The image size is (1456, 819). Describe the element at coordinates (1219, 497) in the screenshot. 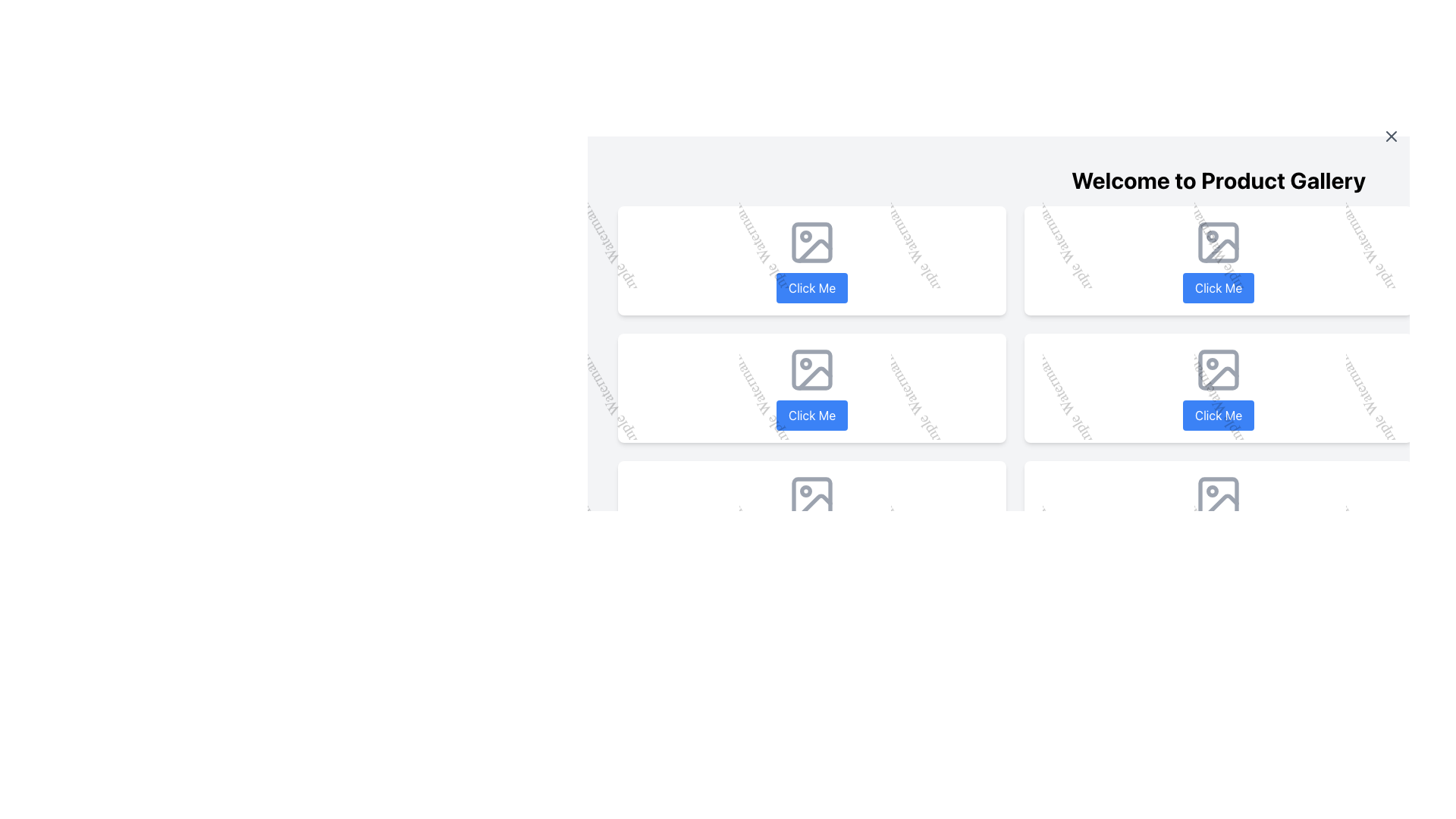

I see `the icon located in the second column of the bottom row of a grid layout, which serves as an image or photo placeholder` at that location.